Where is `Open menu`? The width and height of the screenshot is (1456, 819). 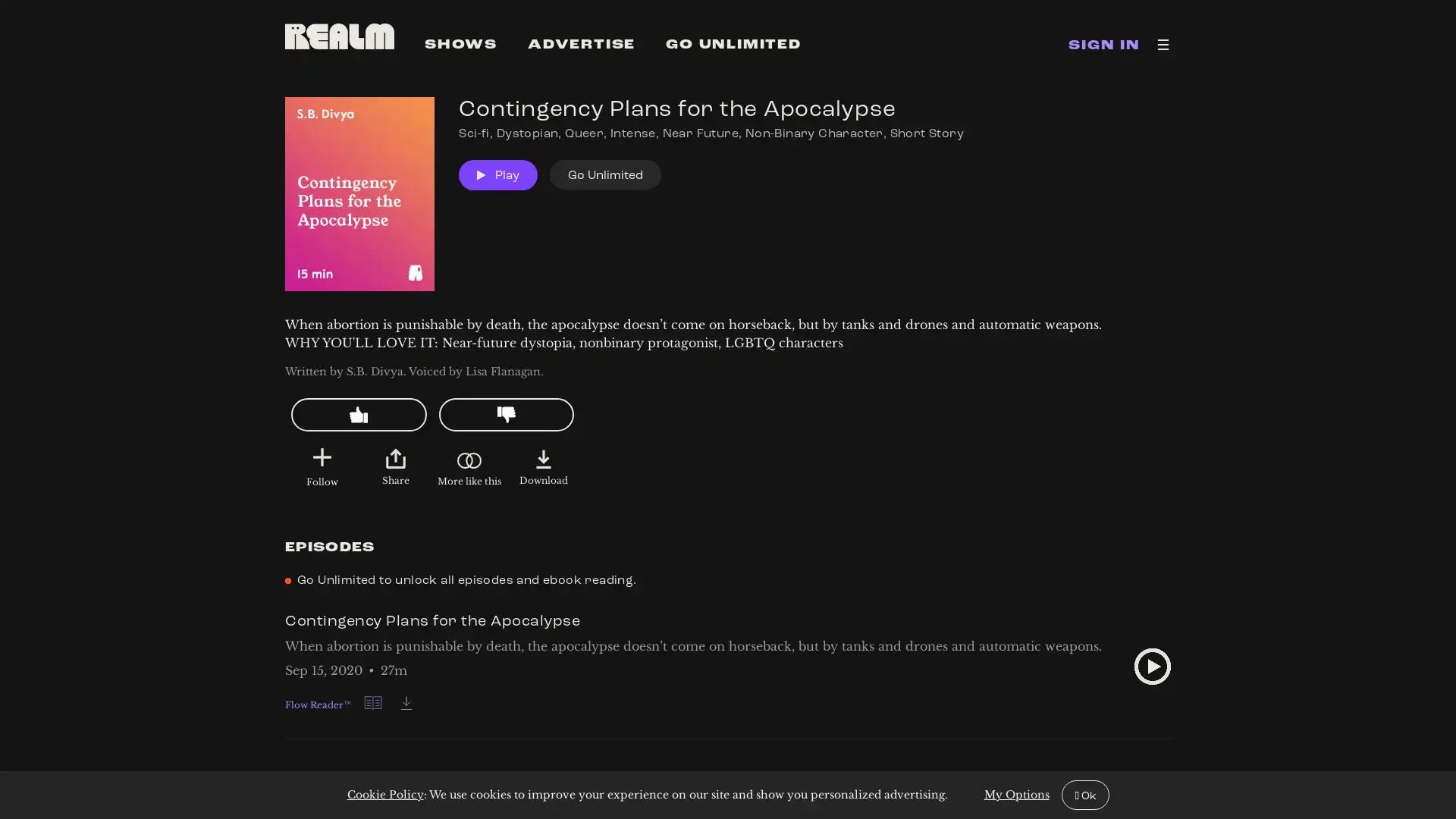
Open menu is located at coordinates (1163, 43).